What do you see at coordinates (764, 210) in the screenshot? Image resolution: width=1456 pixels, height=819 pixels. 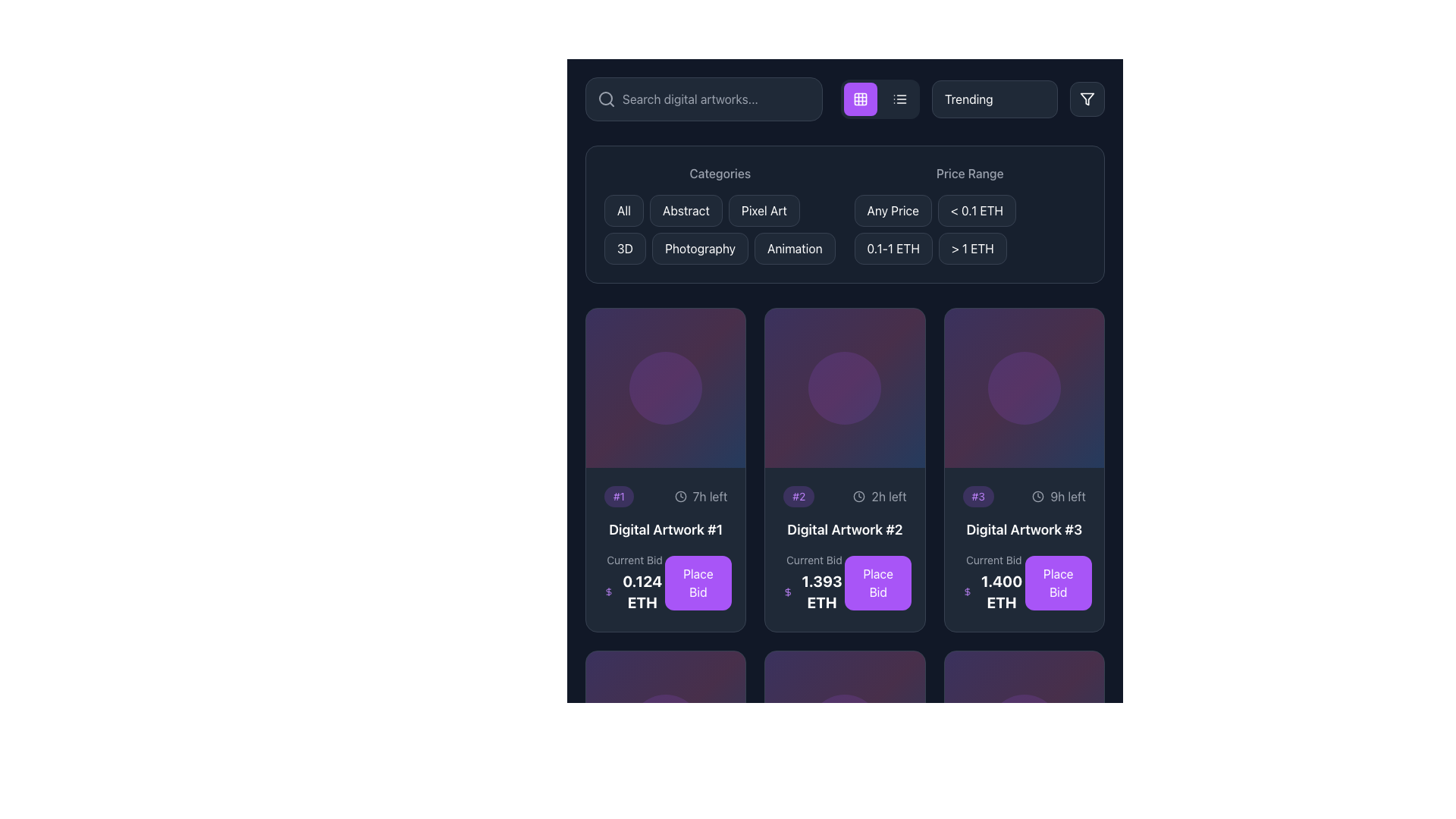 I see `the 'Pixel Art' button, which is a rectangular button with rounded corners and a dark gray background, located in the category filter section of the UI` at bounding box center [764, 210].